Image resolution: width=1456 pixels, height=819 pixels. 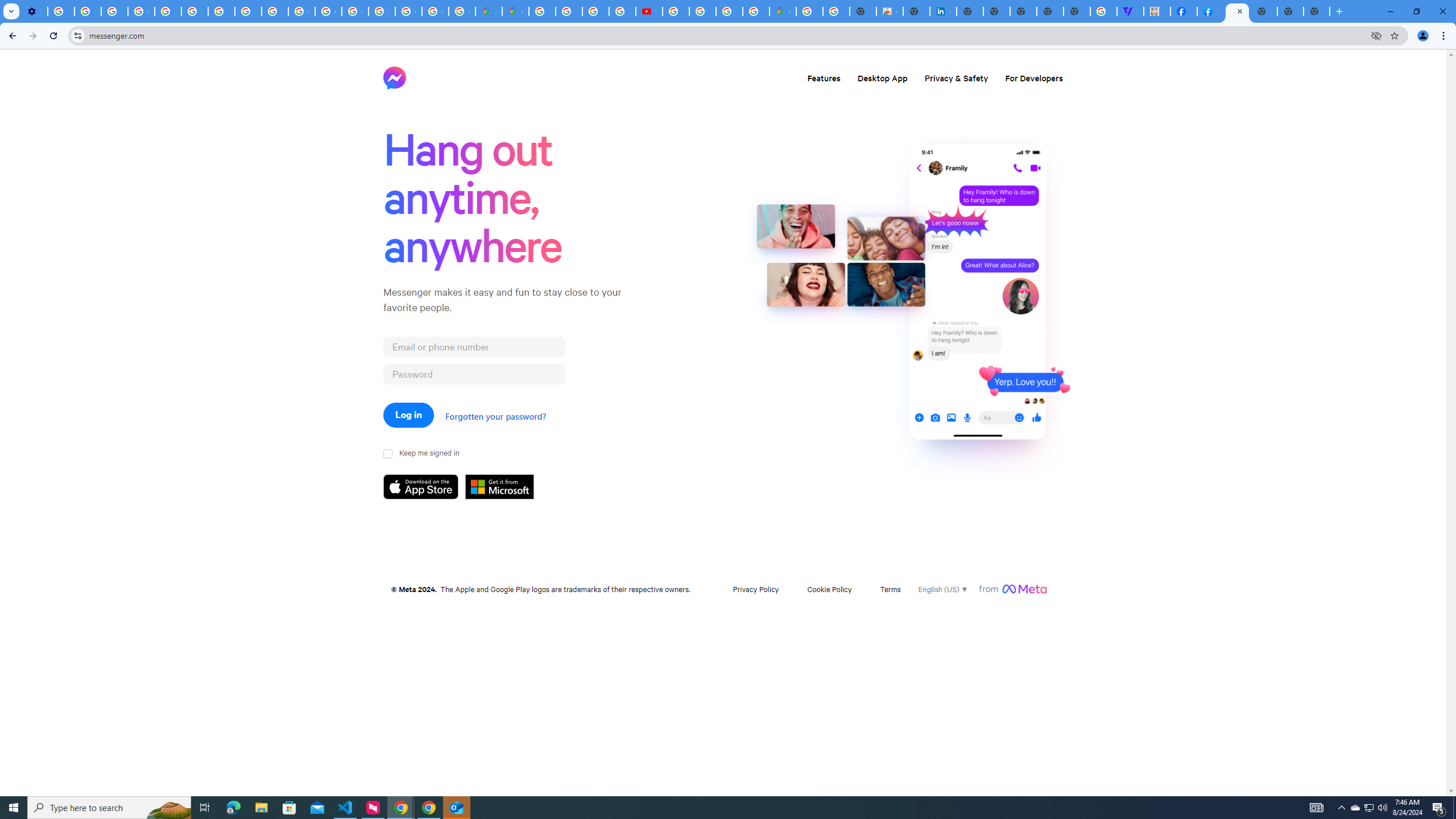 I want to click on 'Features', so click(x=823, y=77).